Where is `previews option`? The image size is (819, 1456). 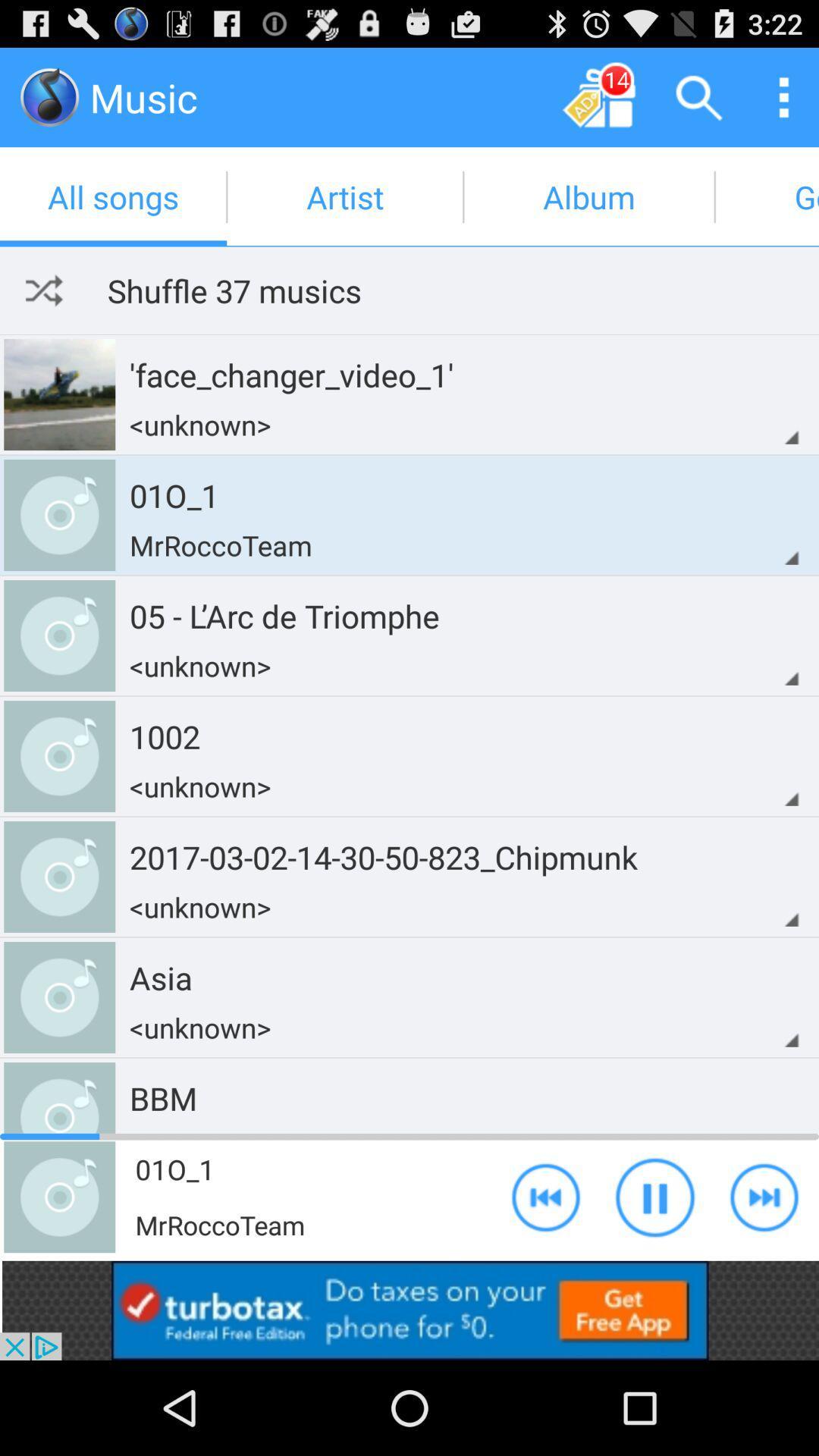
previews option is located at coordinates (546, 1196).